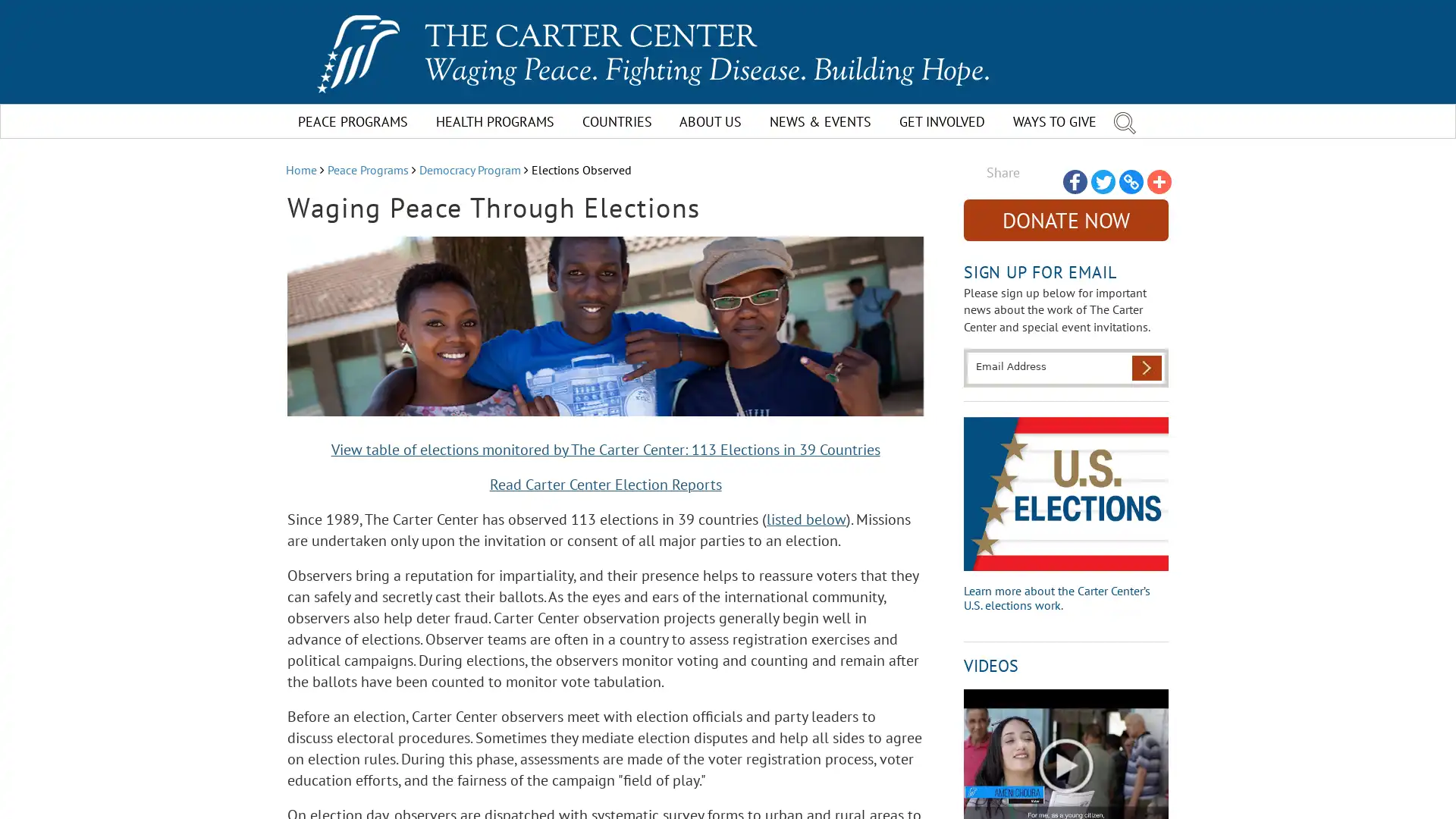  I want to click on Share to More, so click(1159, 180).